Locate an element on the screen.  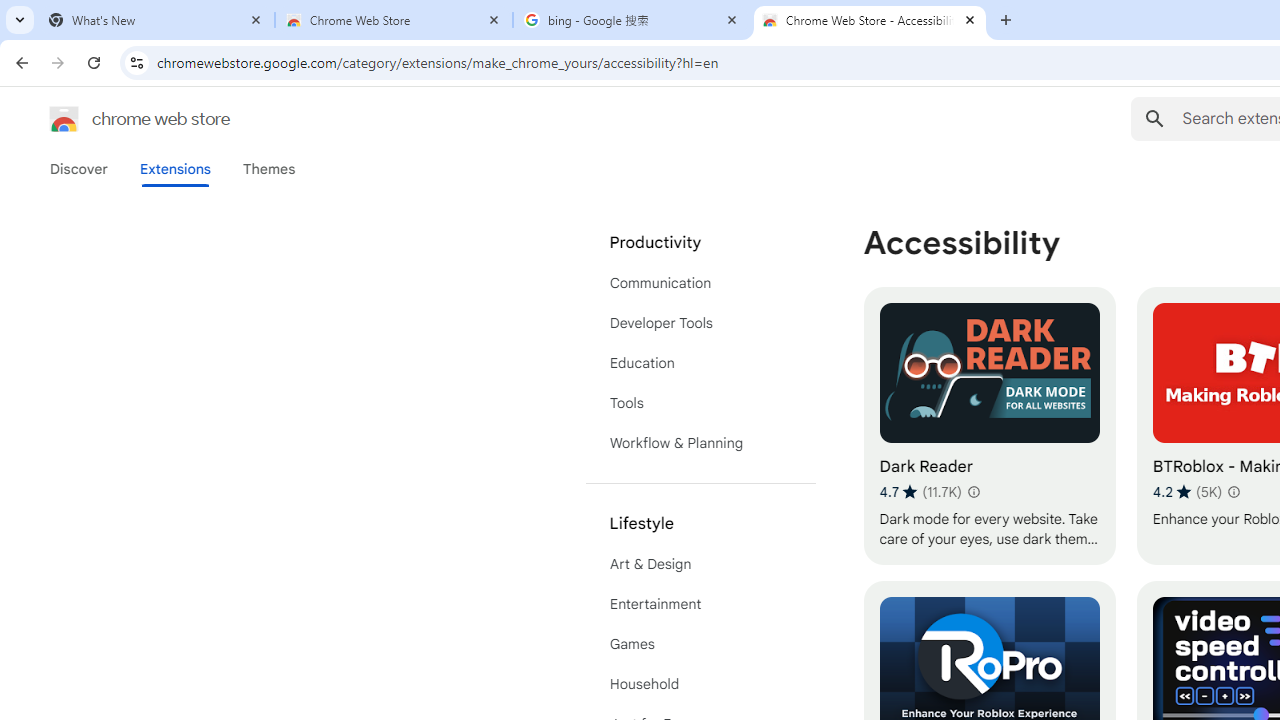
'Learn more about results and reviews "Dark Reader"' is located at coordinates (972, 492).